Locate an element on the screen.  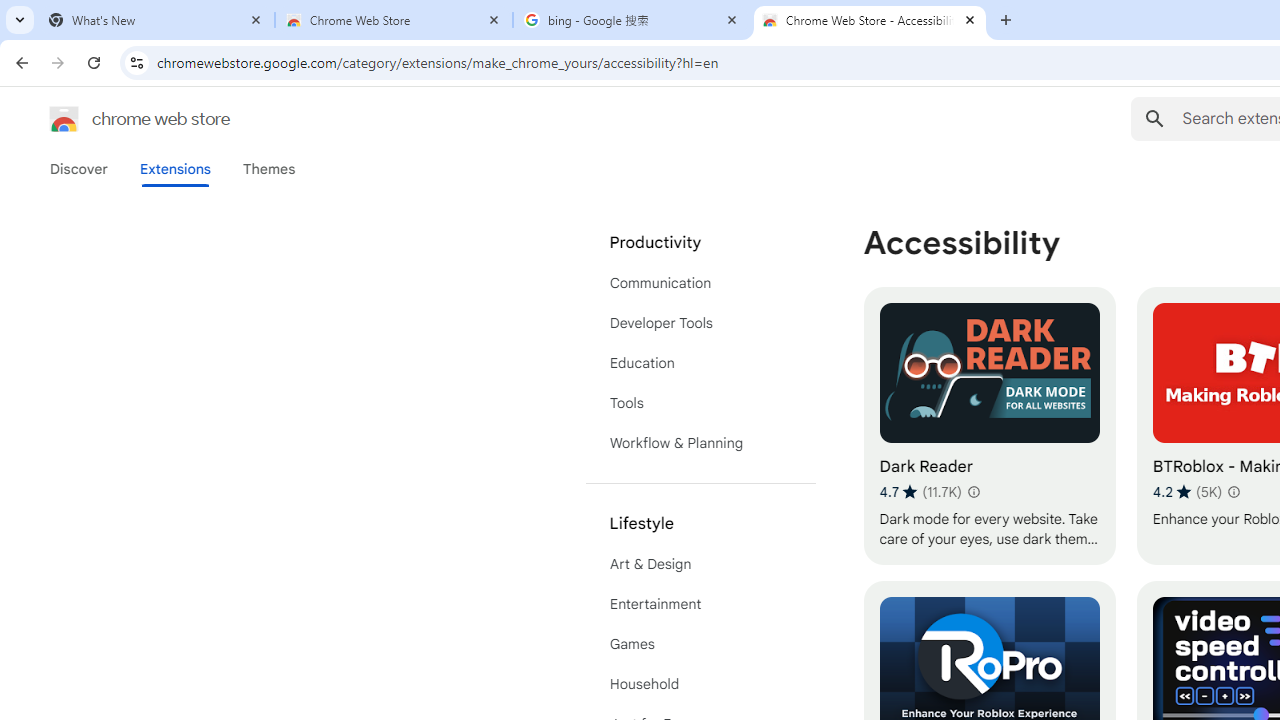
'Learn more about results and reviews "Dark Reader"' is located at coordinates (972, 492).